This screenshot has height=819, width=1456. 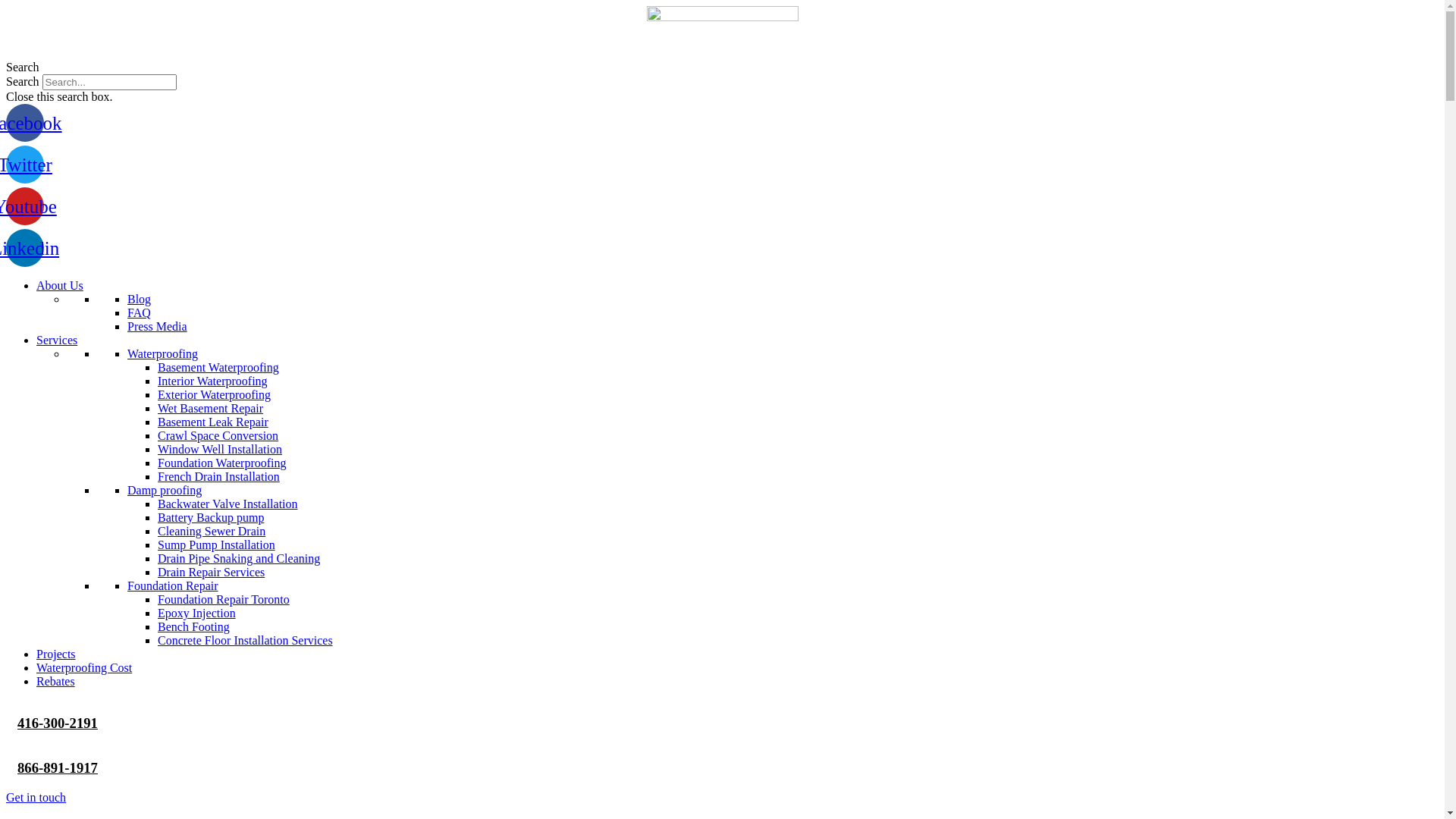 I want to click on 'Crawl Space Conversion', so click(x=217, y=435).